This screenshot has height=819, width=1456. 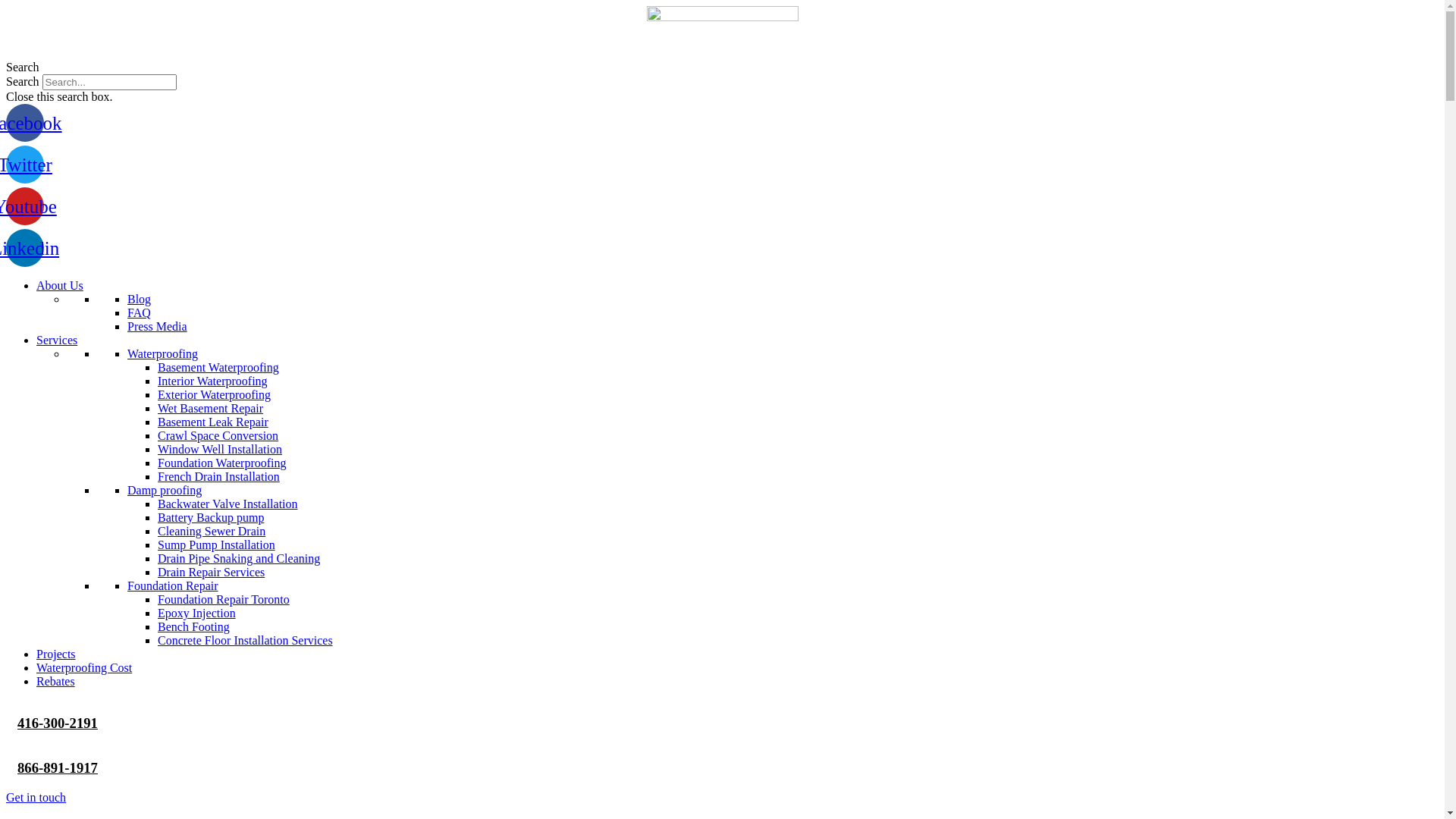 I want to click on 'Crawl Space Conversion', so click(x=217, y=435).